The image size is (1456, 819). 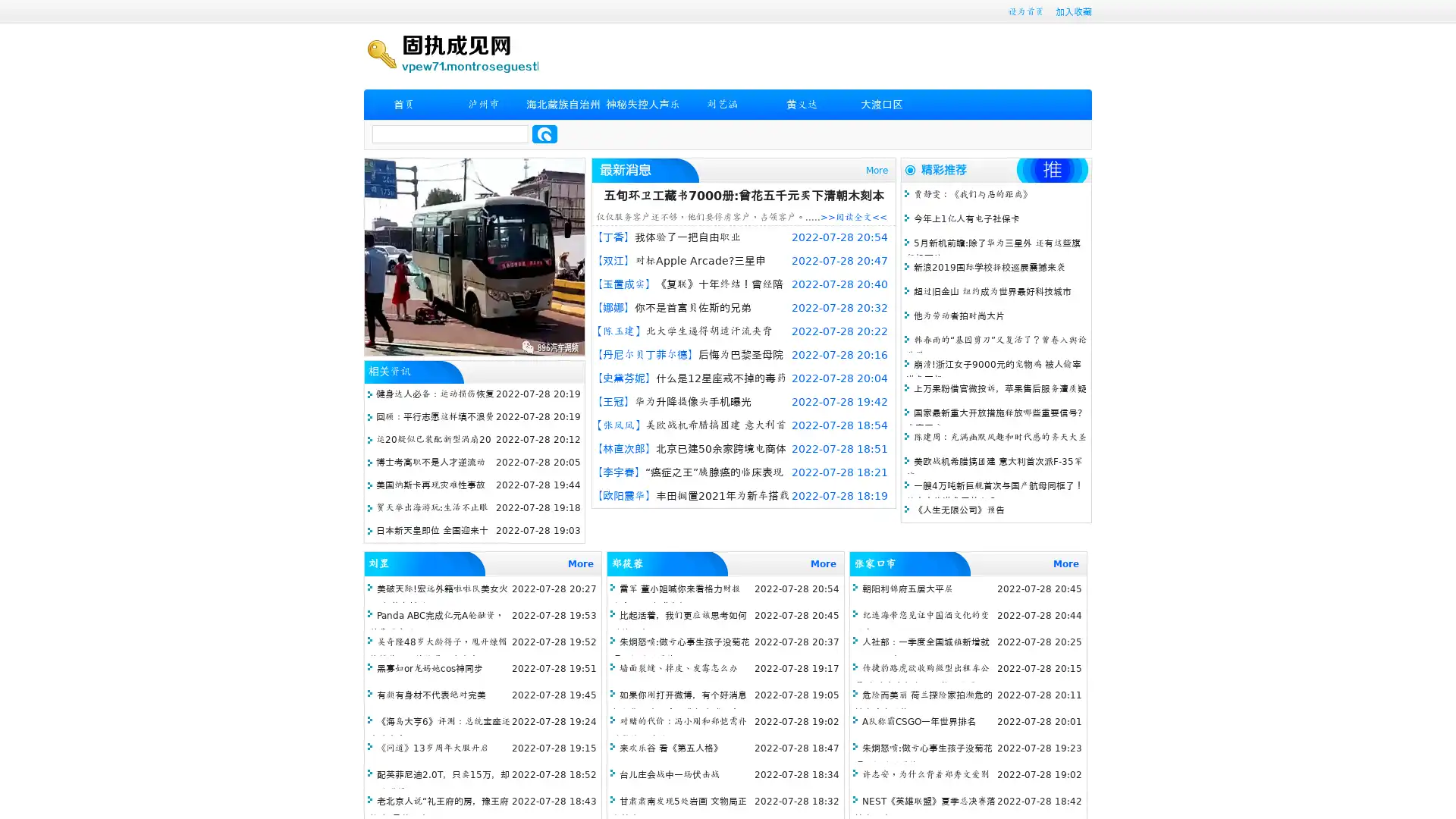 What do you see at coordinates (544, 133) in the screenshot?
I see `Search` at bounding box center [544, 133].